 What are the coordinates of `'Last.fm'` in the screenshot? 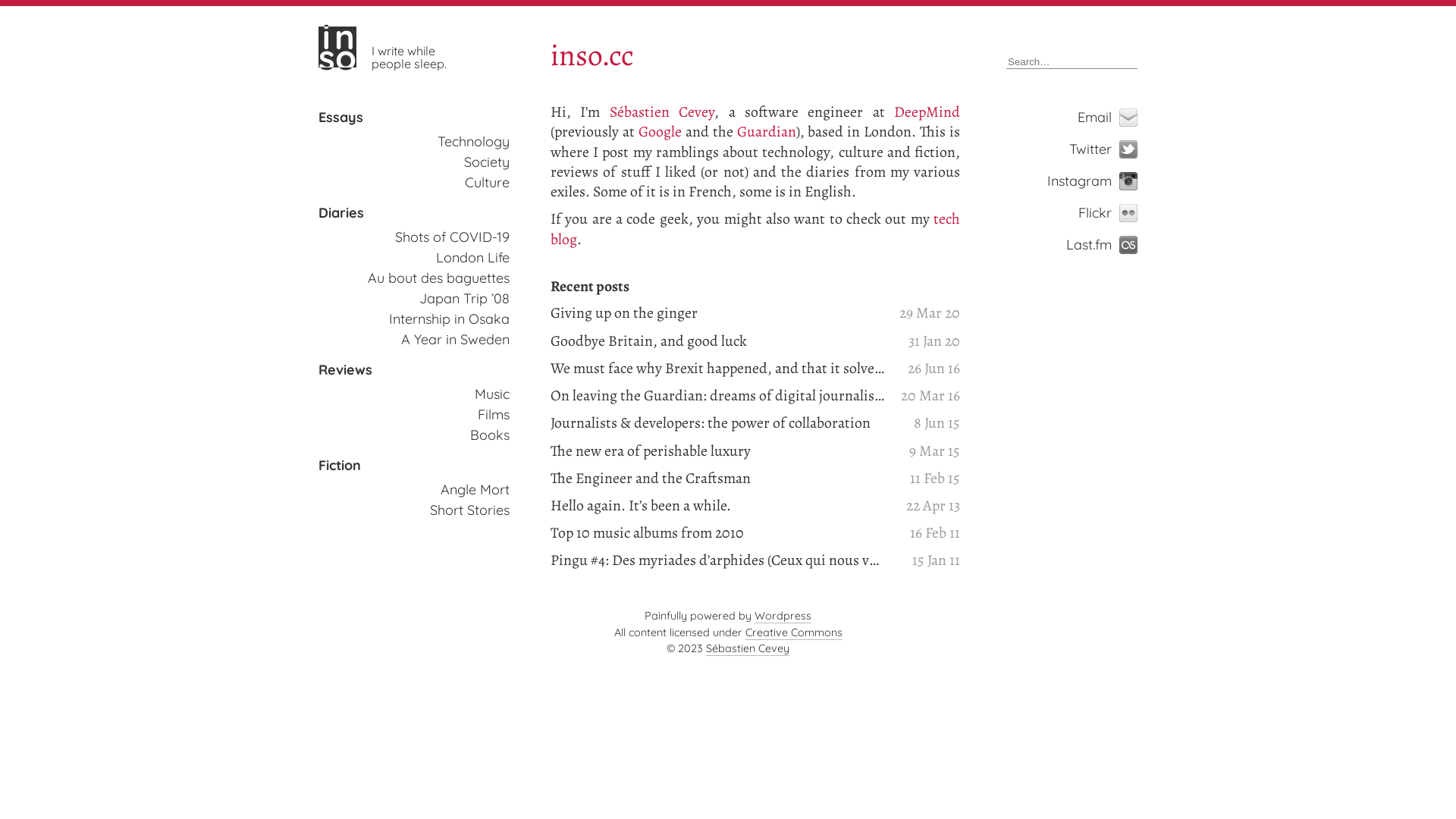 It's located at (1115, 244).